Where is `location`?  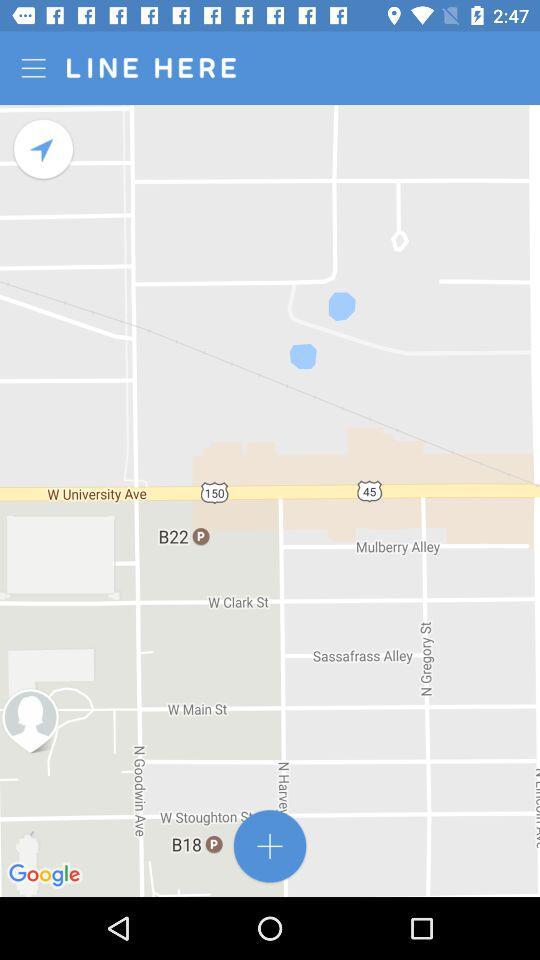
location is located at coordinates (270, 846).